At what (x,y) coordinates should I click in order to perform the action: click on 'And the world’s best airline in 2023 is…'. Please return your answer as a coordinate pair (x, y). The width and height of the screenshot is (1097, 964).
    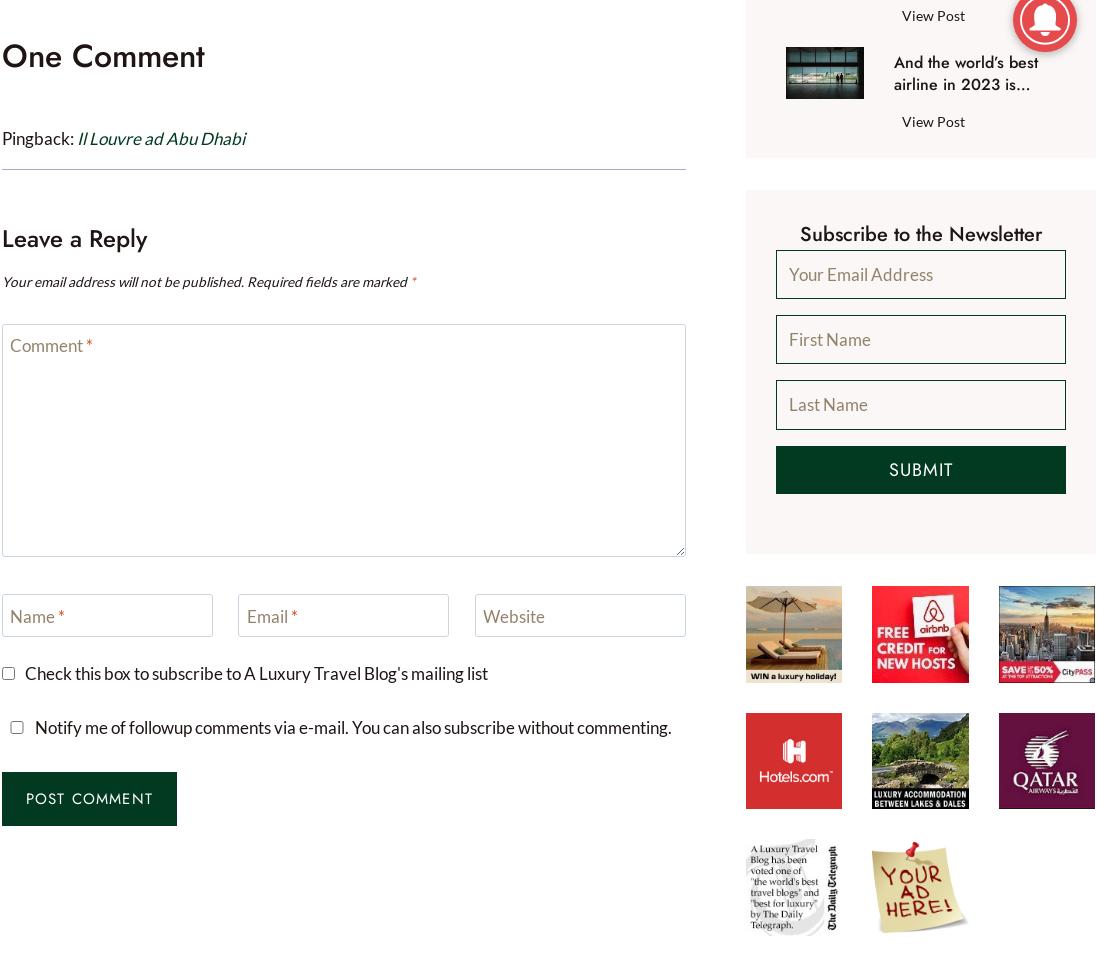
    Looking at the image, I should click on (964, 73).